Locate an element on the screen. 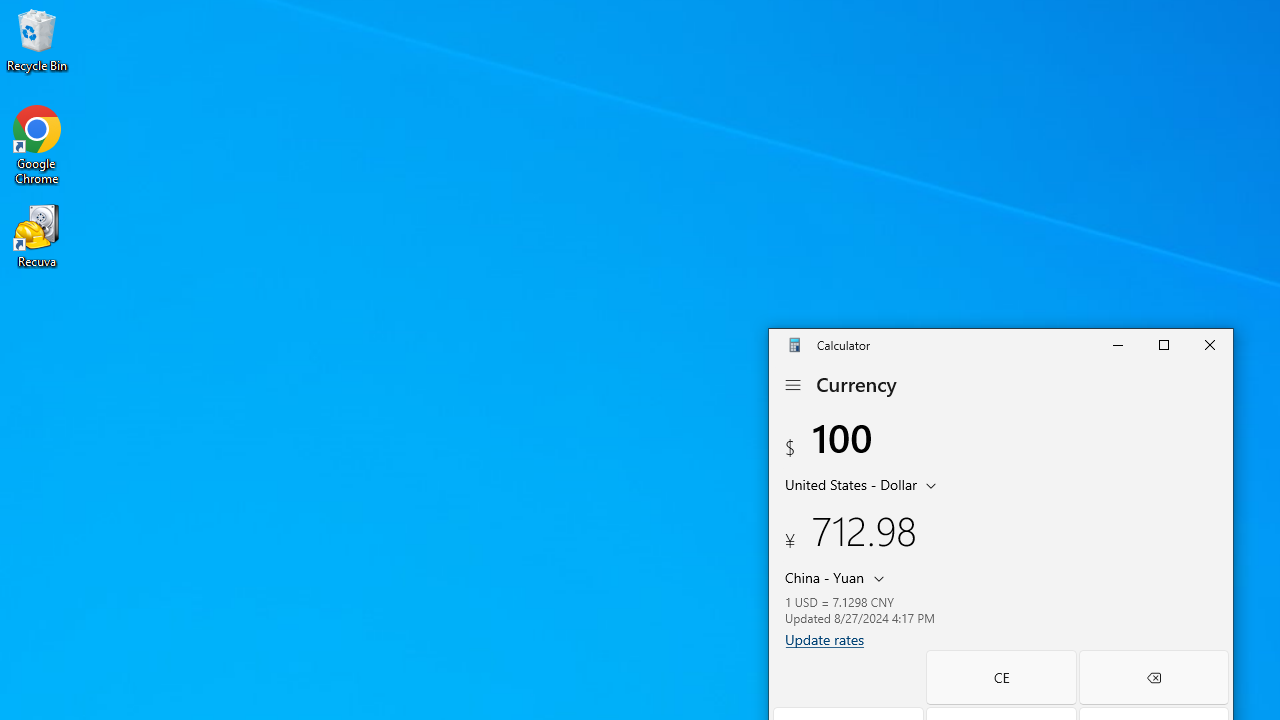  'China Yuan' is located at coordinates (823, 577).